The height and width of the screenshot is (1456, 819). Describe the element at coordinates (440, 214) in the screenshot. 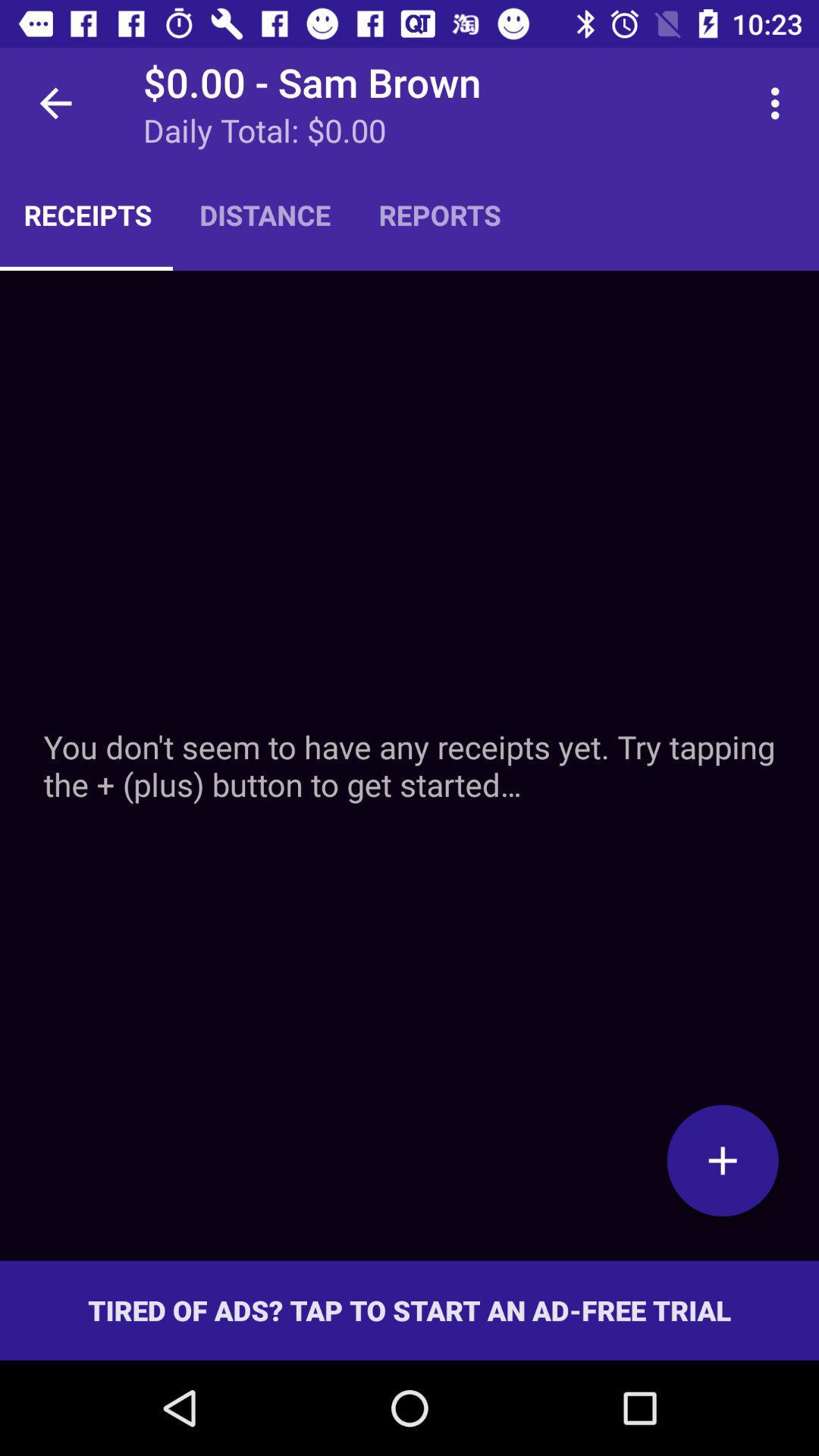

I see `item below daily total 0 icon` at that location.